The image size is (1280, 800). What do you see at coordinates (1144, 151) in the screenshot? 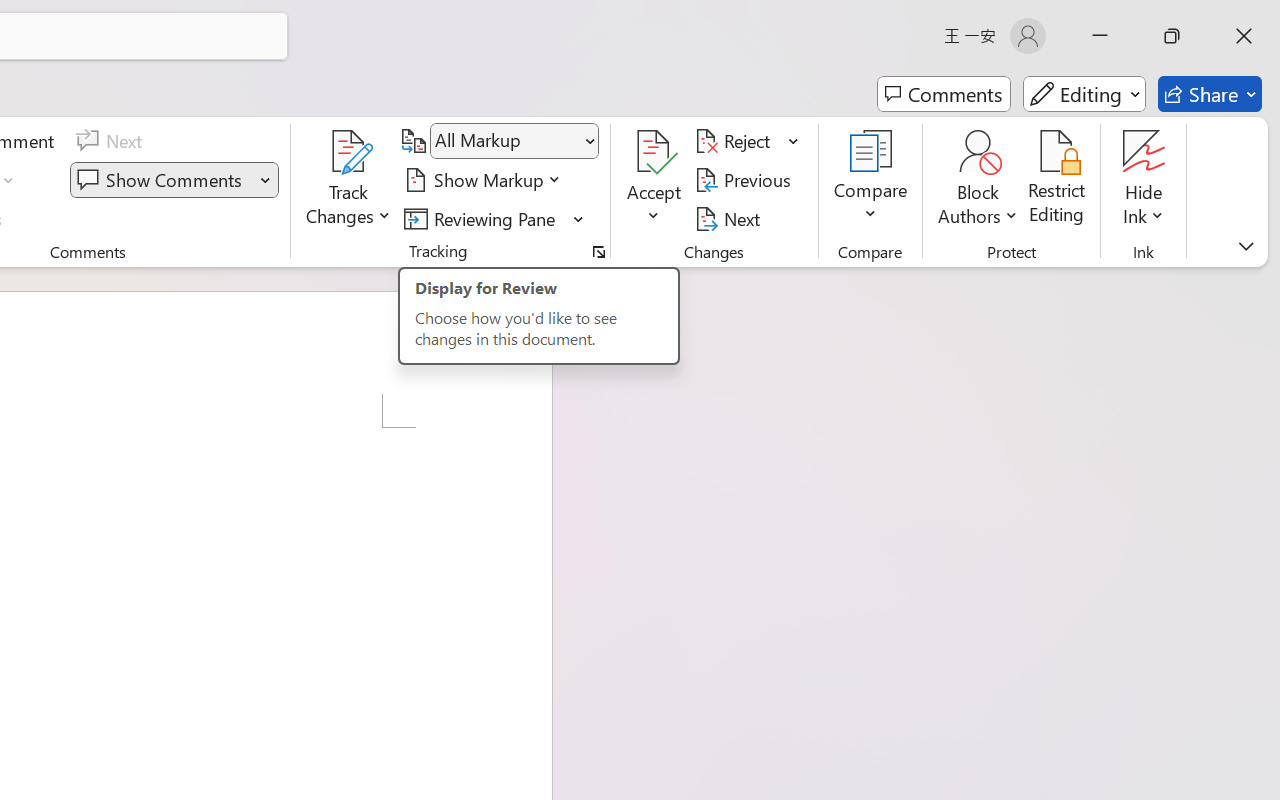
I see `'Hide Ink'` at bounding box center [1144, 151].